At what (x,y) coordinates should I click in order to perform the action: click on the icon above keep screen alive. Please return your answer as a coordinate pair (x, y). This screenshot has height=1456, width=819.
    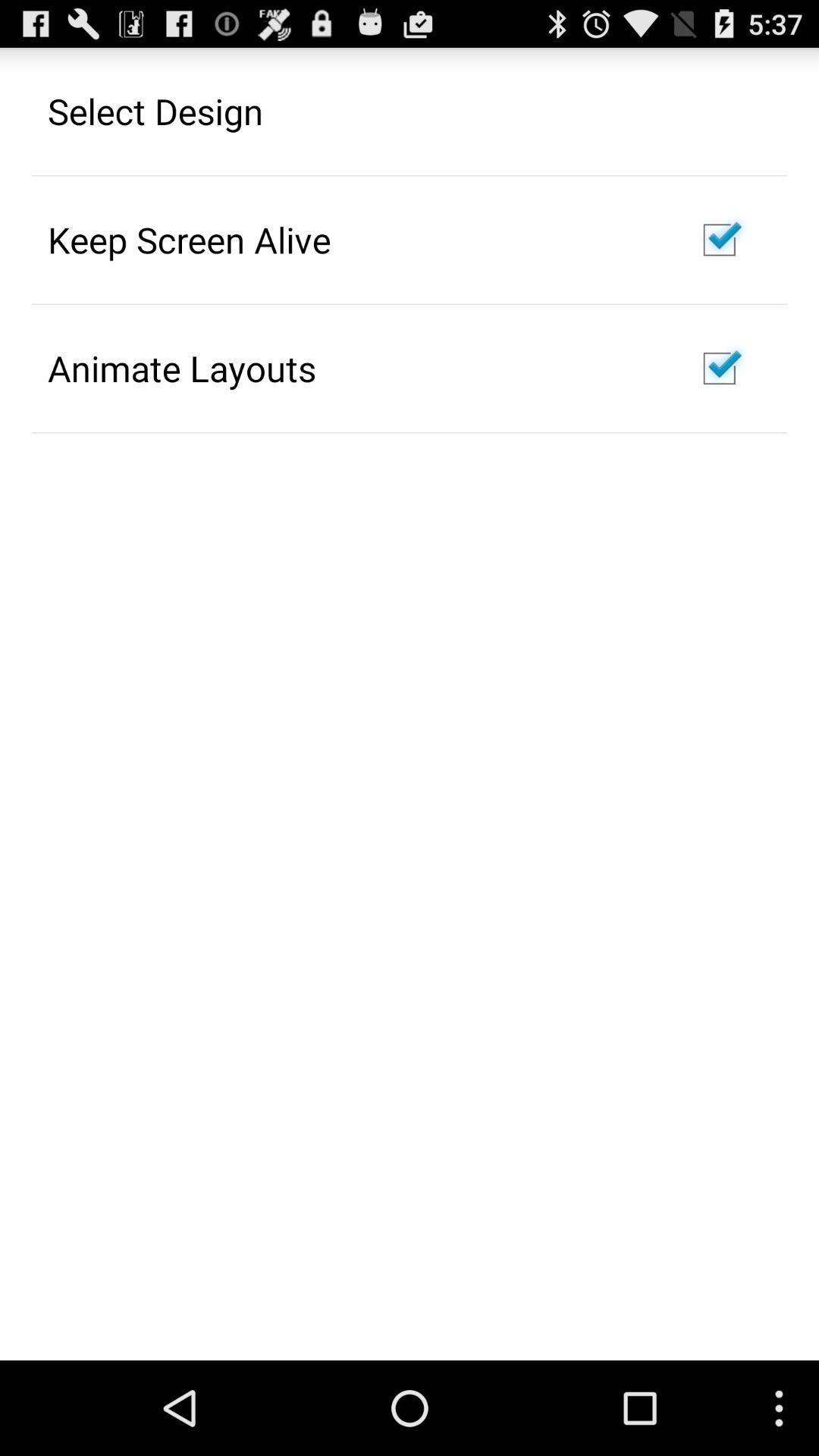
    Looking at the image, I should click on (155, 110).